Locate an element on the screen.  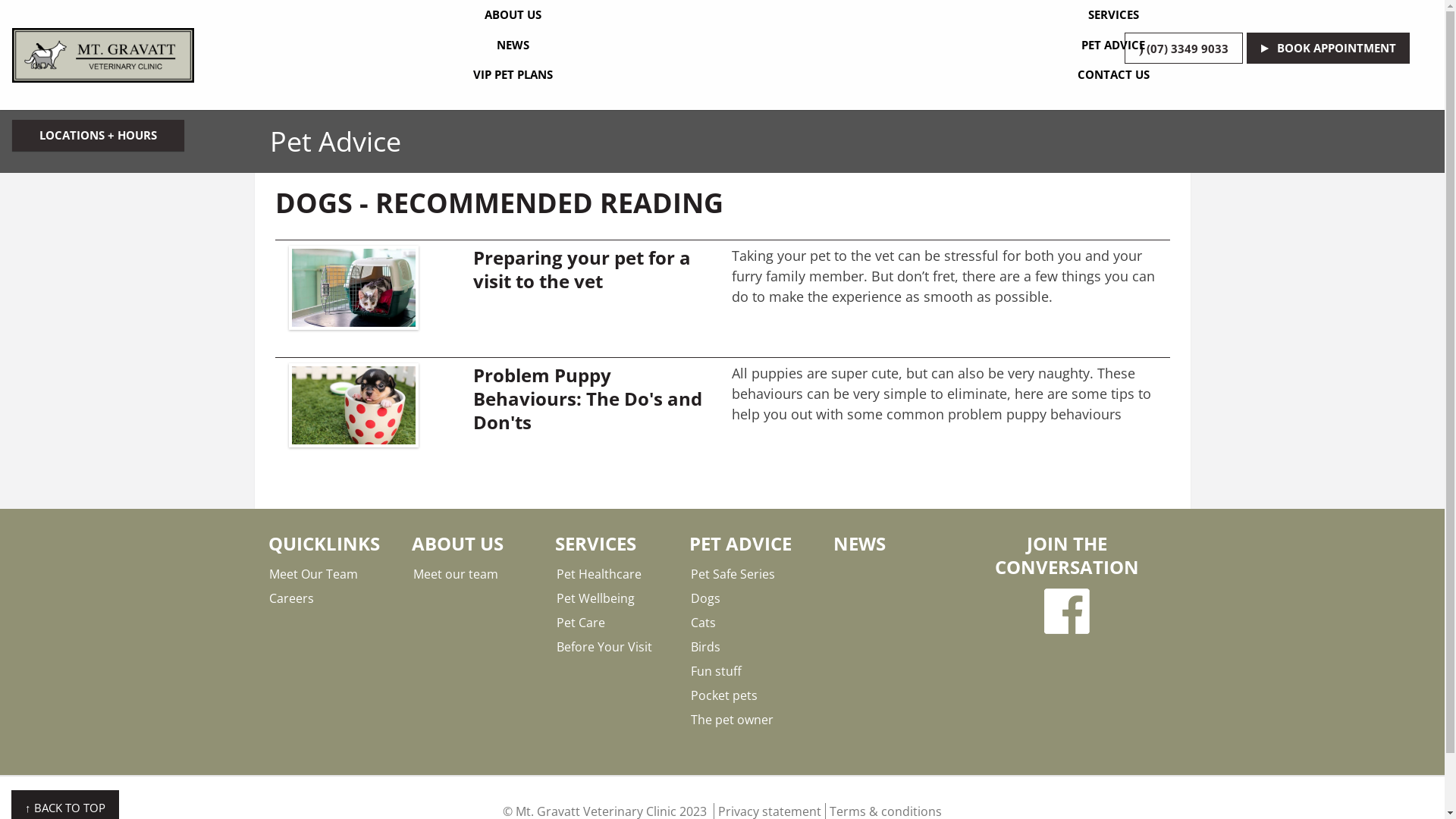
'NEWS' is located at coordinates (513, 45).